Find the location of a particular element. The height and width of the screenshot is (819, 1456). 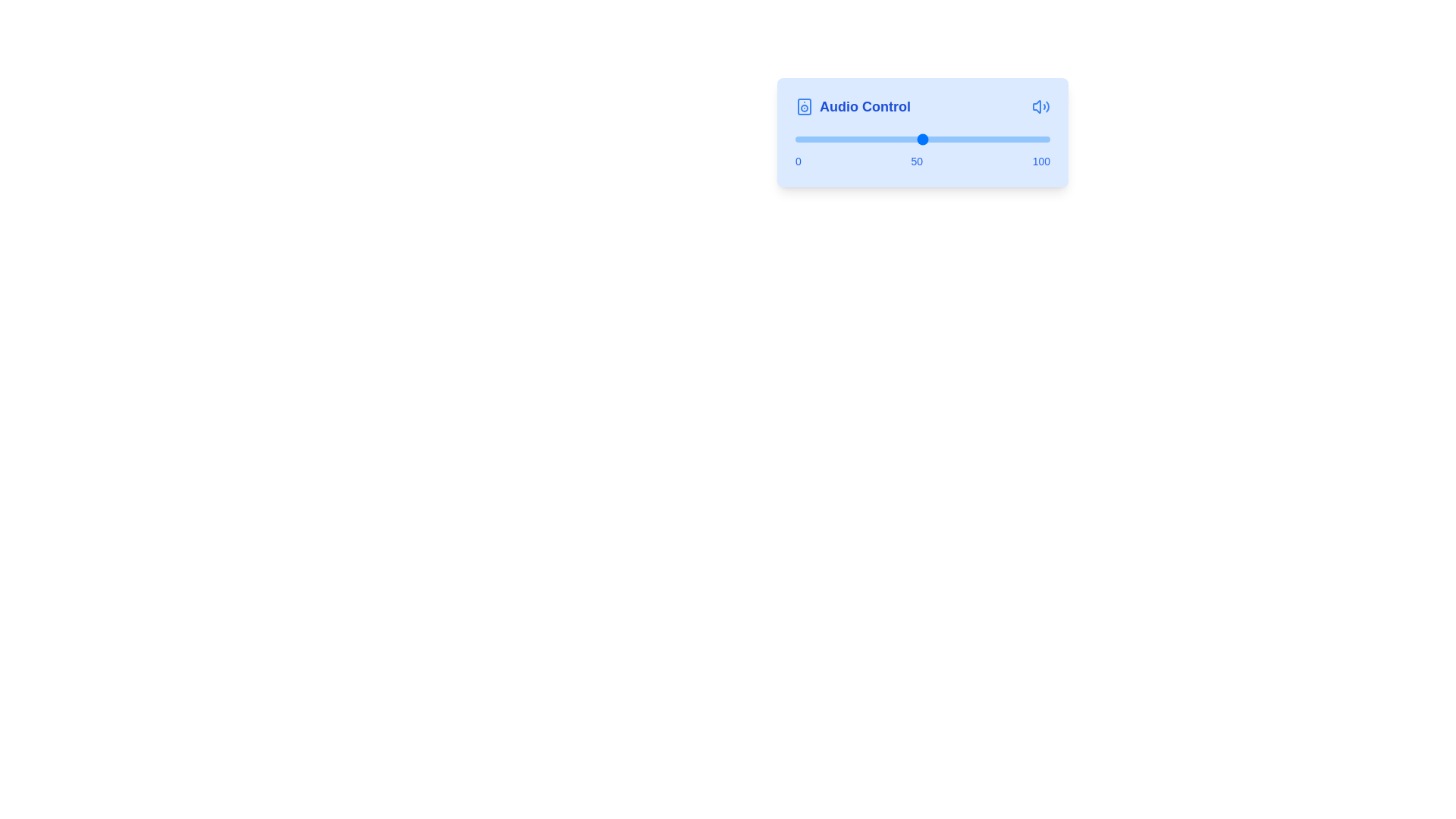

the blue text label displaying '100', which is positioned at the bottom-right edge of the audio control interface, to interact with it if functionality is provided is located at coordinates (1040, 161).